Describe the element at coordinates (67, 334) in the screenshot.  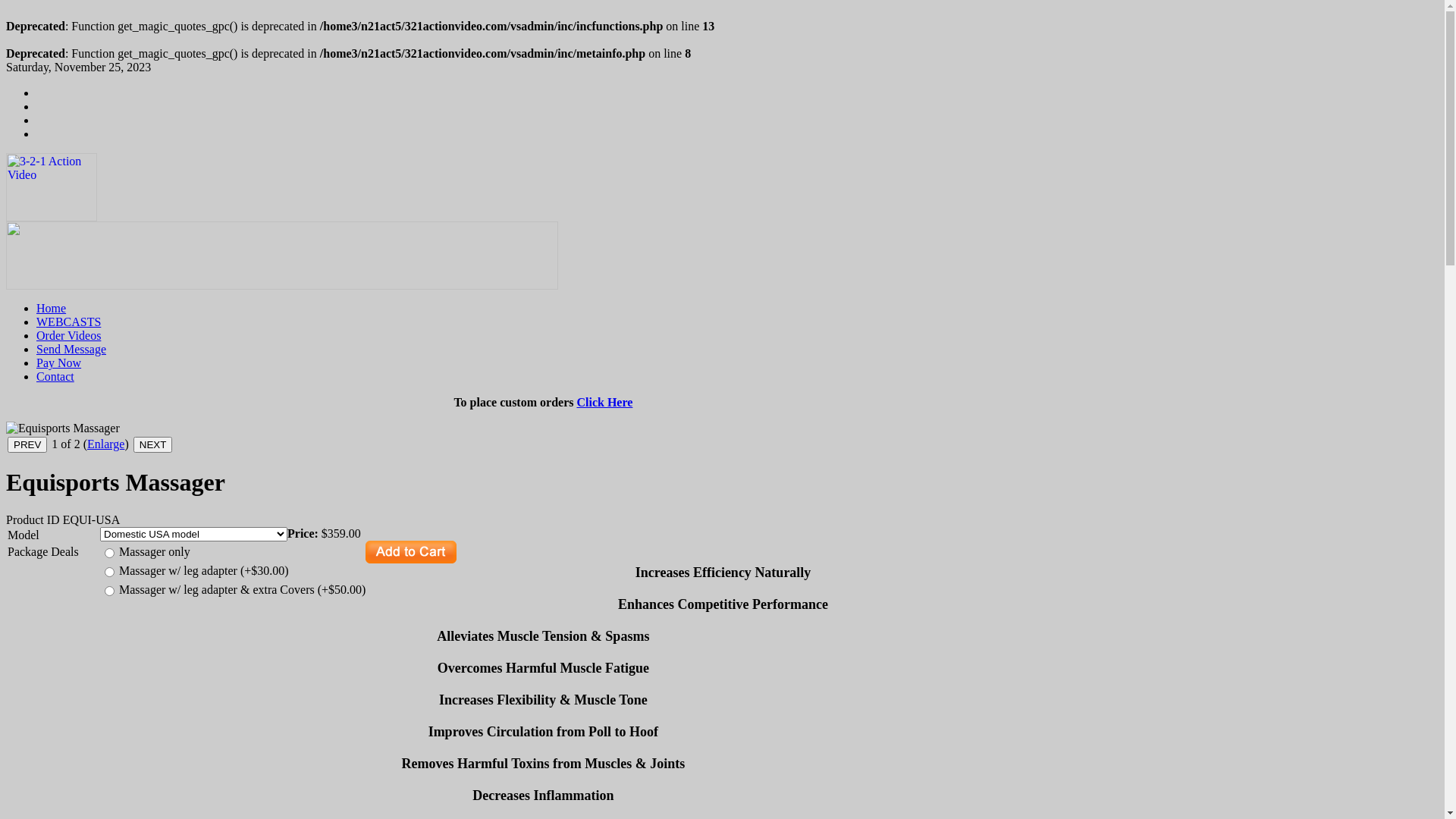
I see `'Order Videos'` at that location.